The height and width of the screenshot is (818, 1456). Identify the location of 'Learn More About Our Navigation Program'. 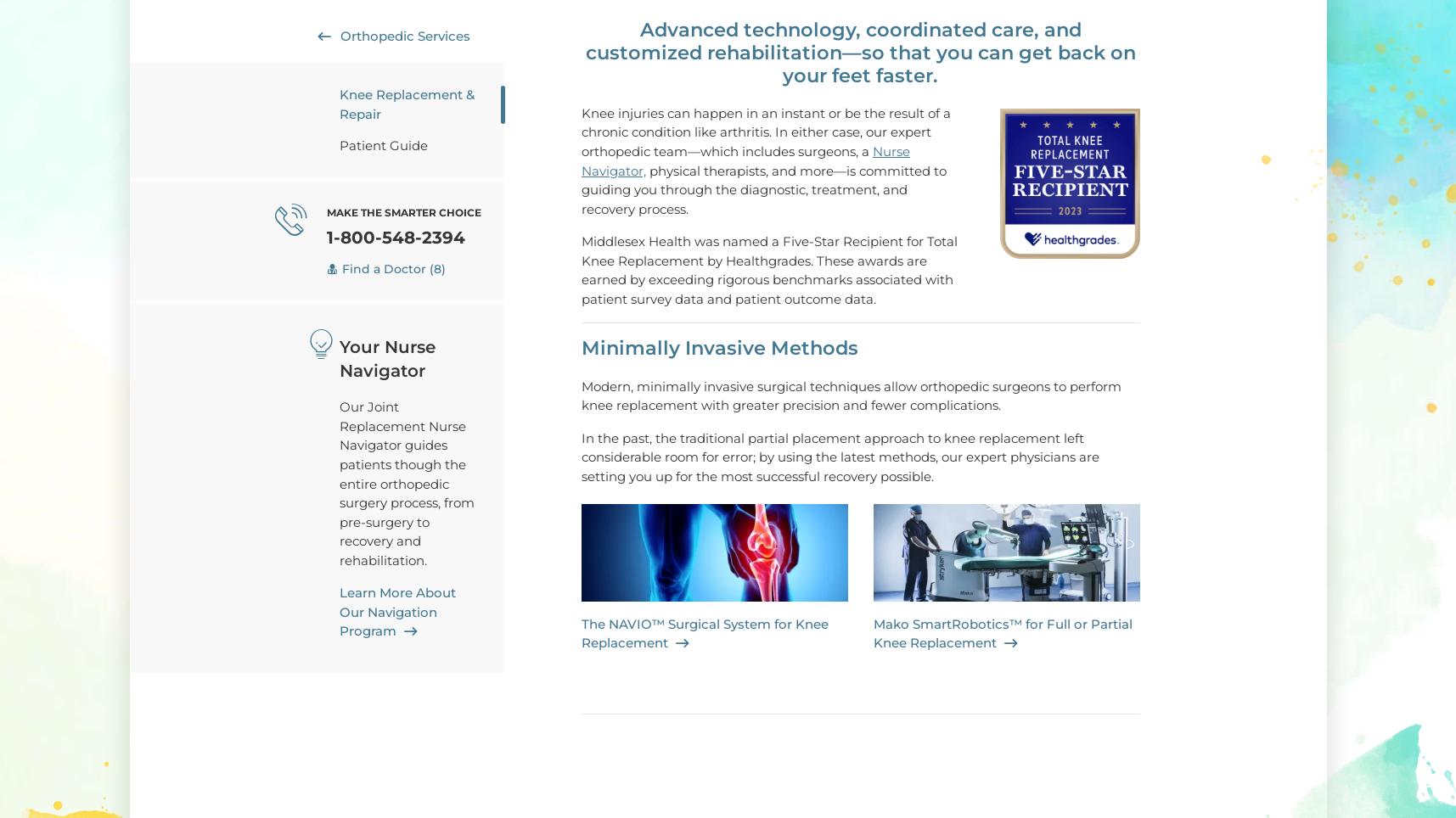
(396, 611).